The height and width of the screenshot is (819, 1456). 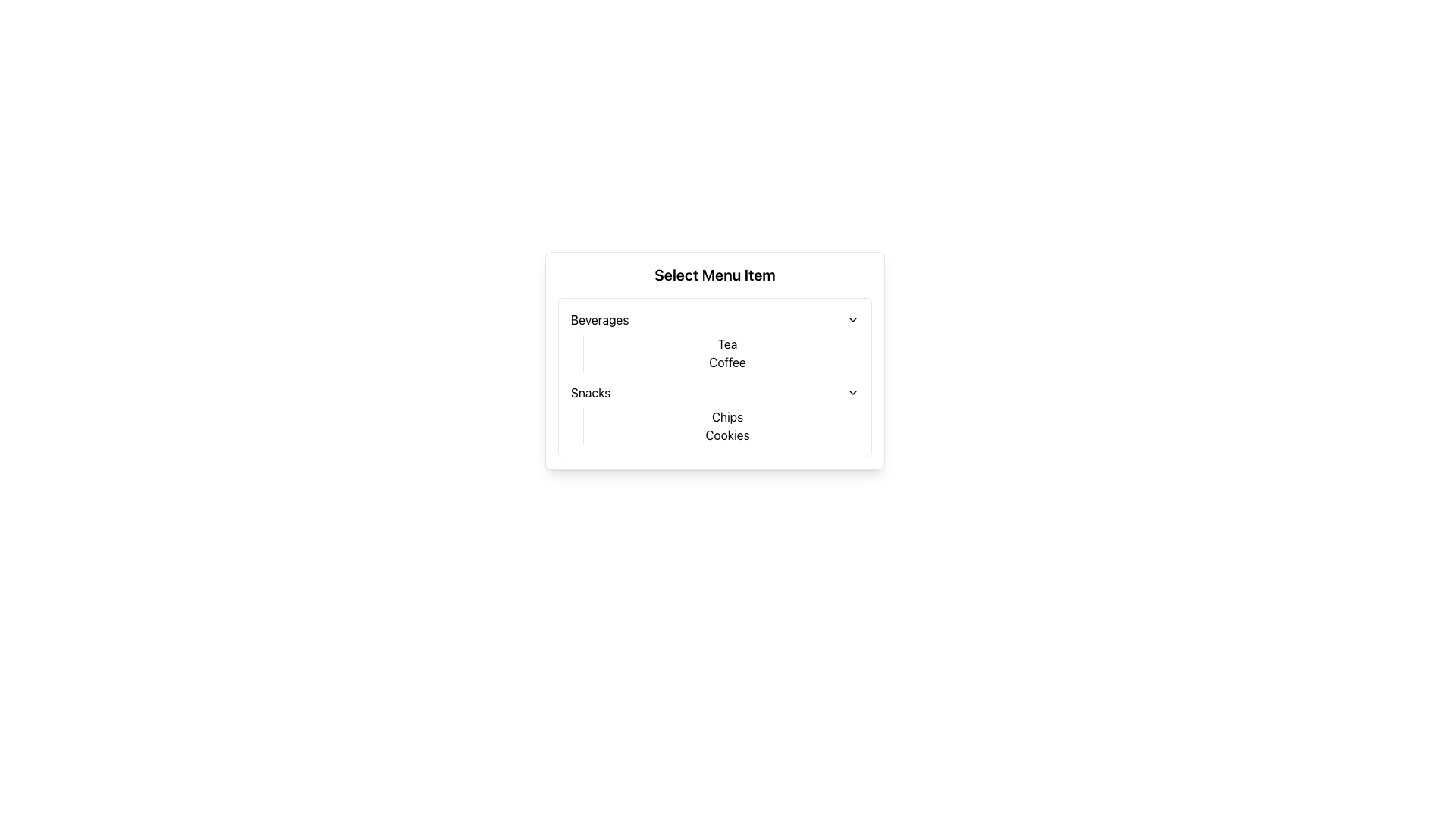 I want to click on the chevron icon to the right of the 'Snacks' text, so click(x=852, y=391).